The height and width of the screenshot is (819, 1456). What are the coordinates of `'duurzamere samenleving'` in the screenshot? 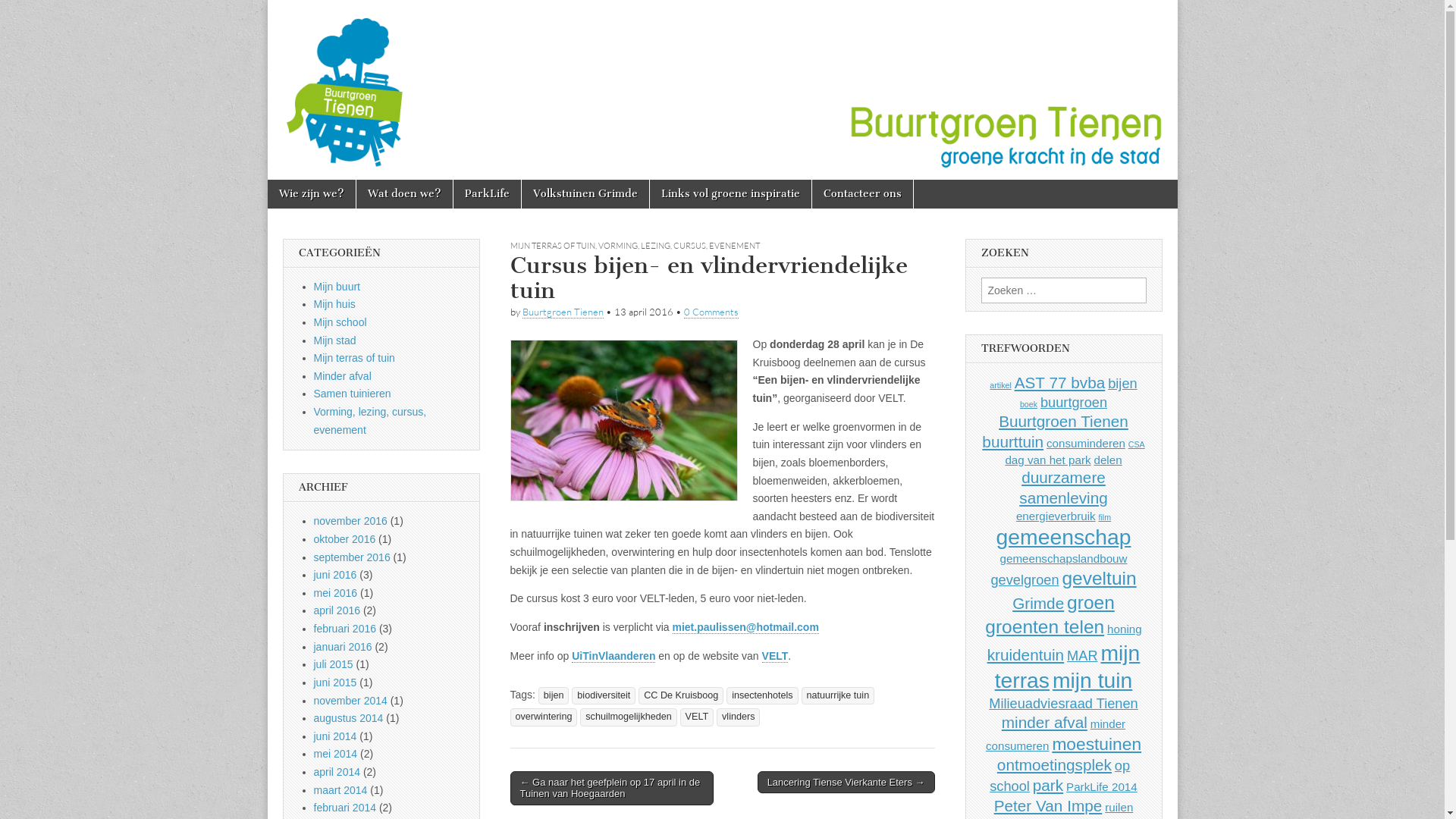 It's located at (1062, 488).